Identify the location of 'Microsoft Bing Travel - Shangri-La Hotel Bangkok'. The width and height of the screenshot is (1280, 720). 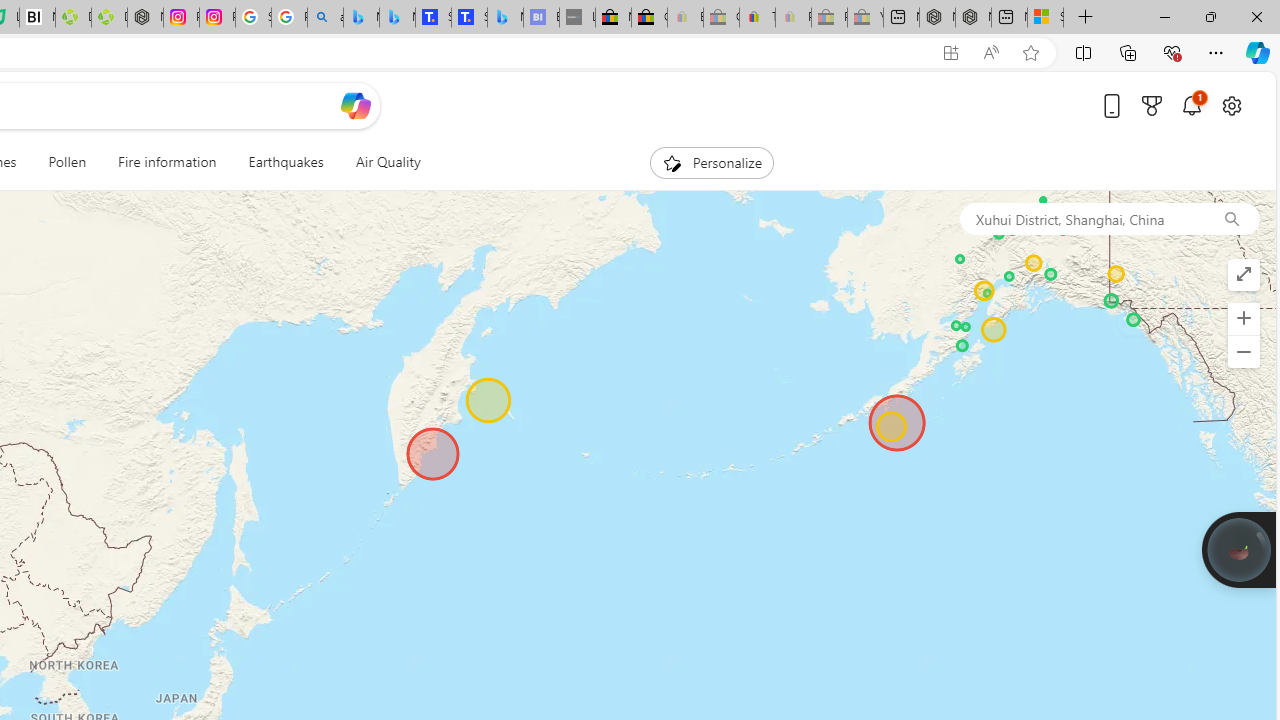
(505, 17).